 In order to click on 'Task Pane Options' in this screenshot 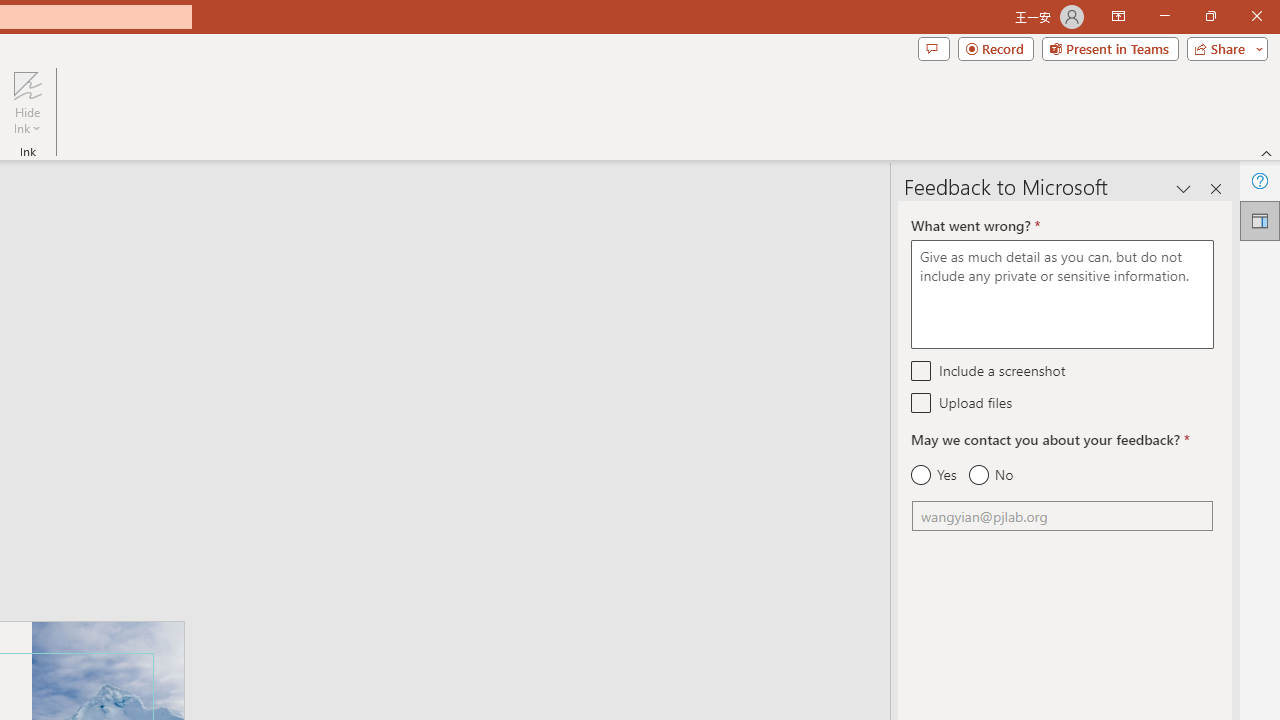, I will do `click(1184, 189)`.